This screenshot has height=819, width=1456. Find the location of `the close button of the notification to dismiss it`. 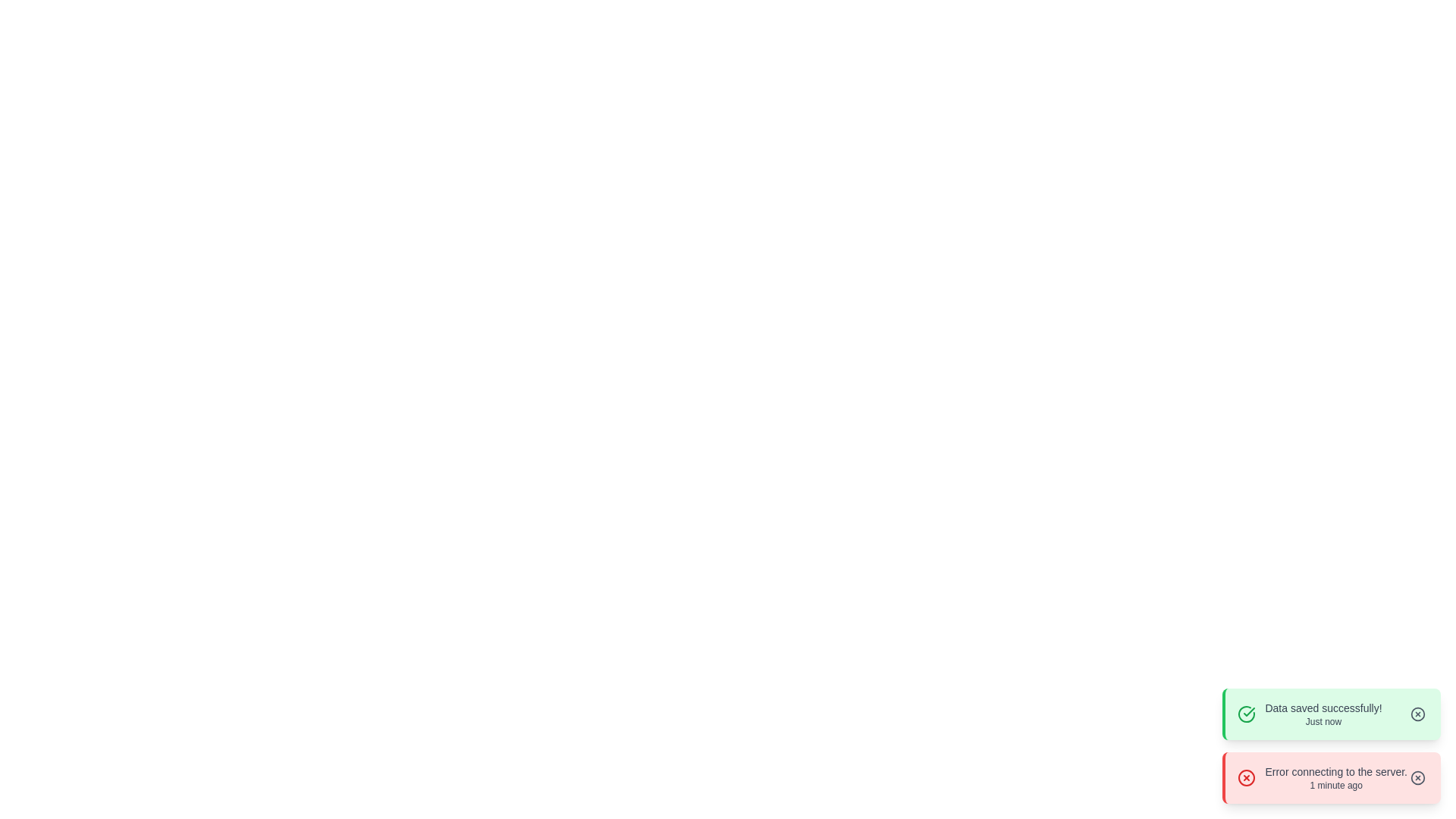

the close button of the notification to dismiss it is located at coordinates (1417, 714).